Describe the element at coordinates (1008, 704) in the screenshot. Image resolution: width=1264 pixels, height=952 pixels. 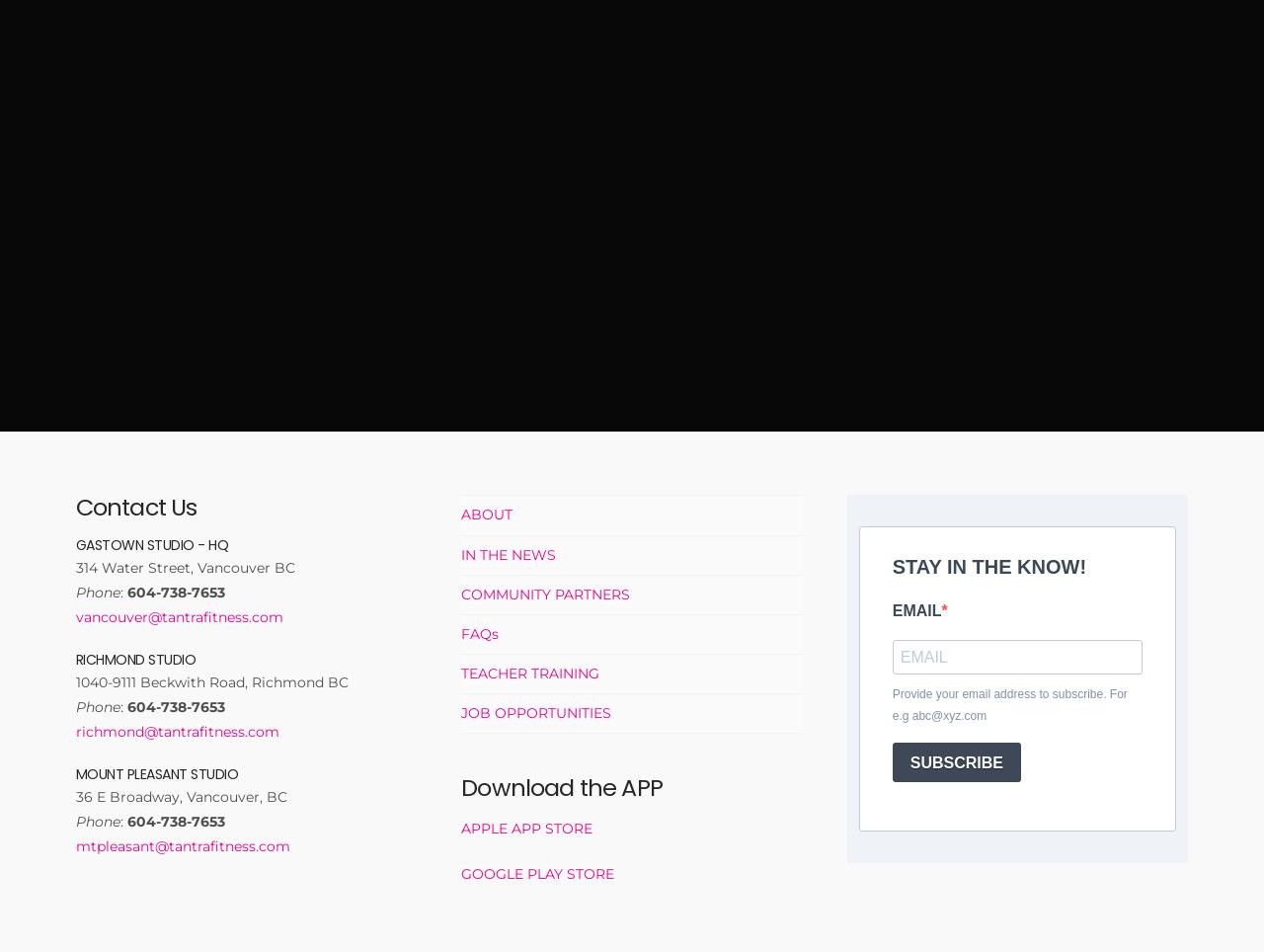
I see `'Provide your email address to subscribe. For e.g abc@xyz.com'` at that location.